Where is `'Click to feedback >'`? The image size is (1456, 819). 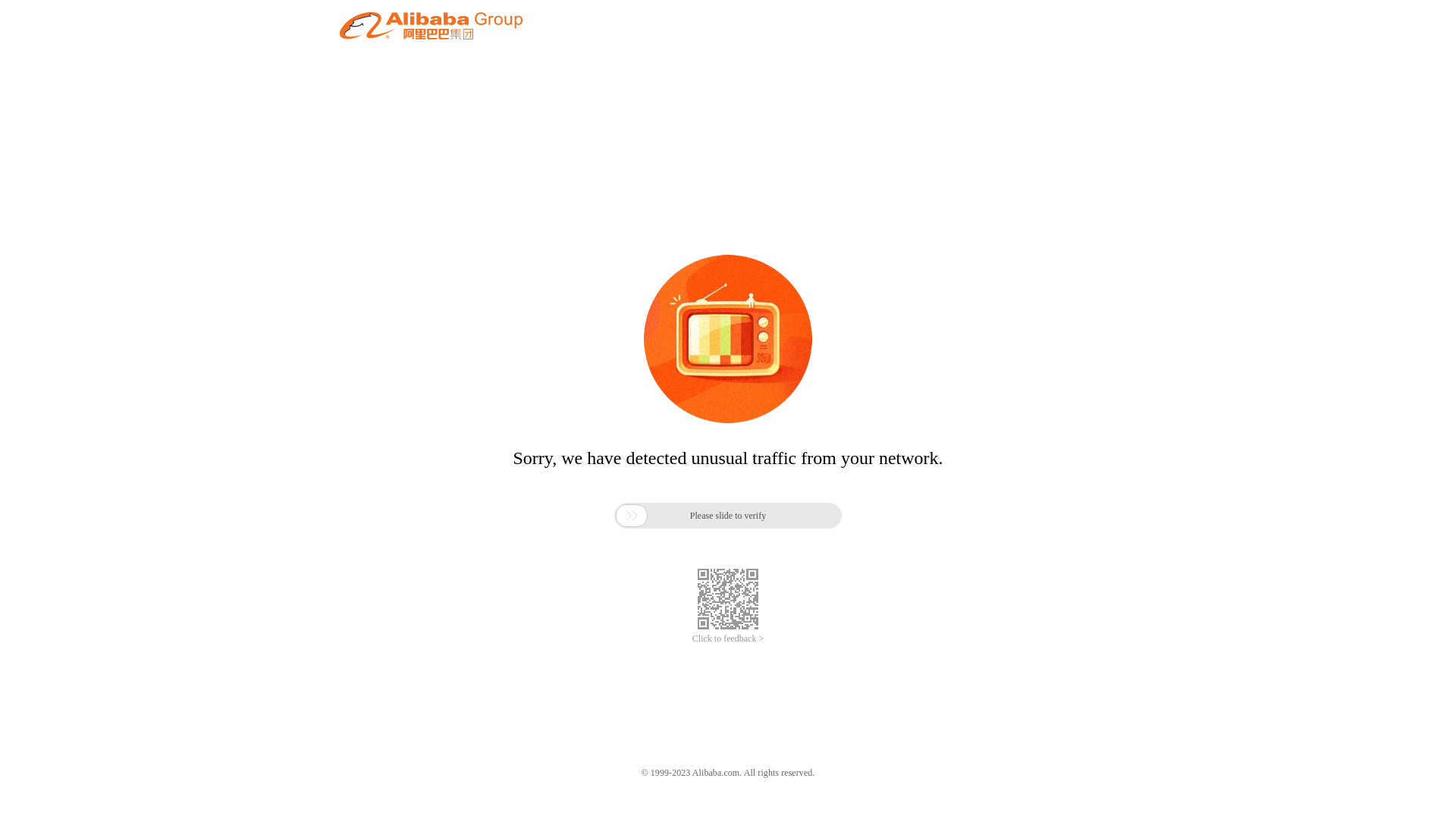 'Click to feedback >' is located at coordinates (691, 639).